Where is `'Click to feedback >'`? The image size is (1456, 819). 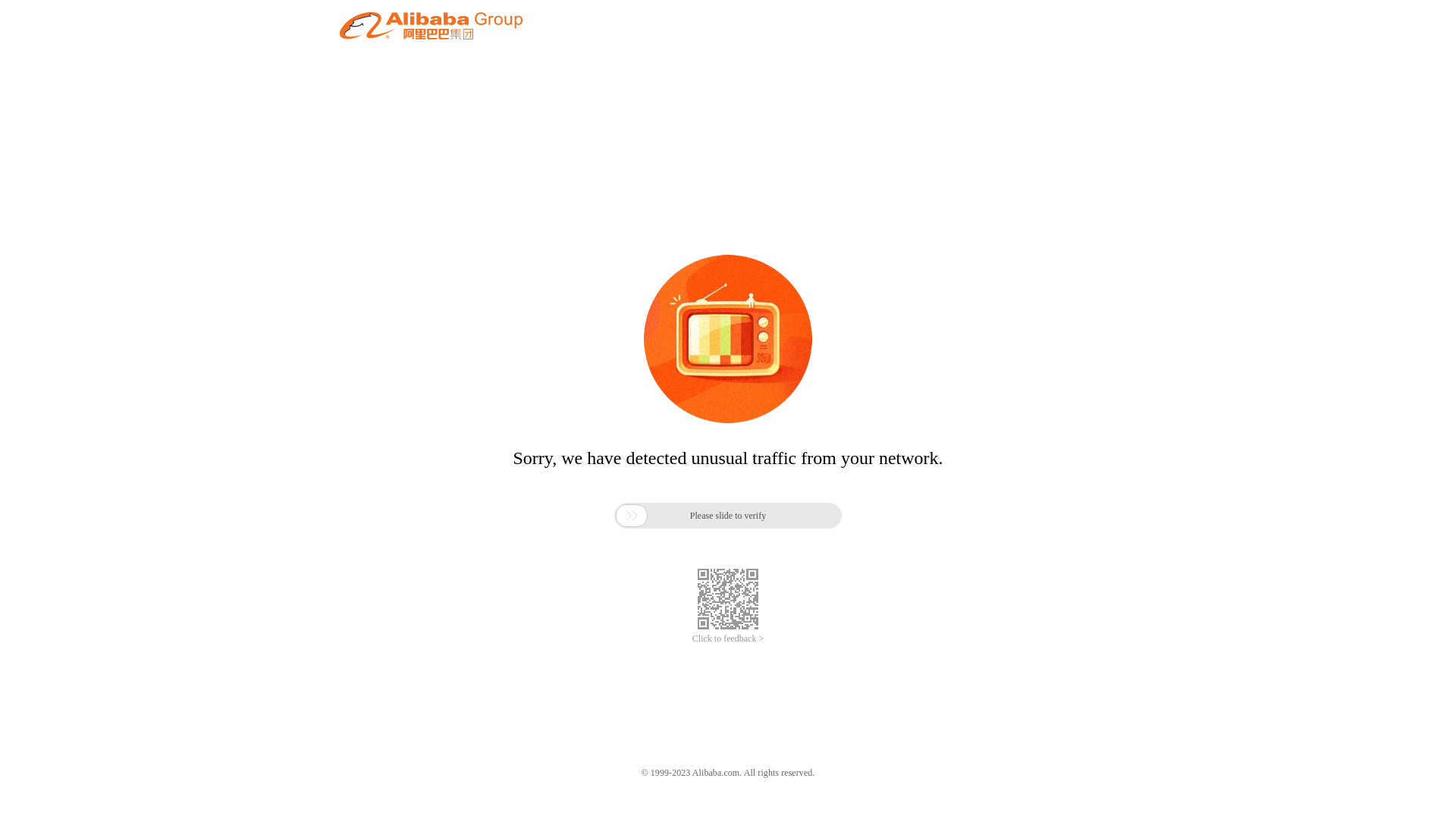 'Click to feedback >' is located at coordinates (691, 639).